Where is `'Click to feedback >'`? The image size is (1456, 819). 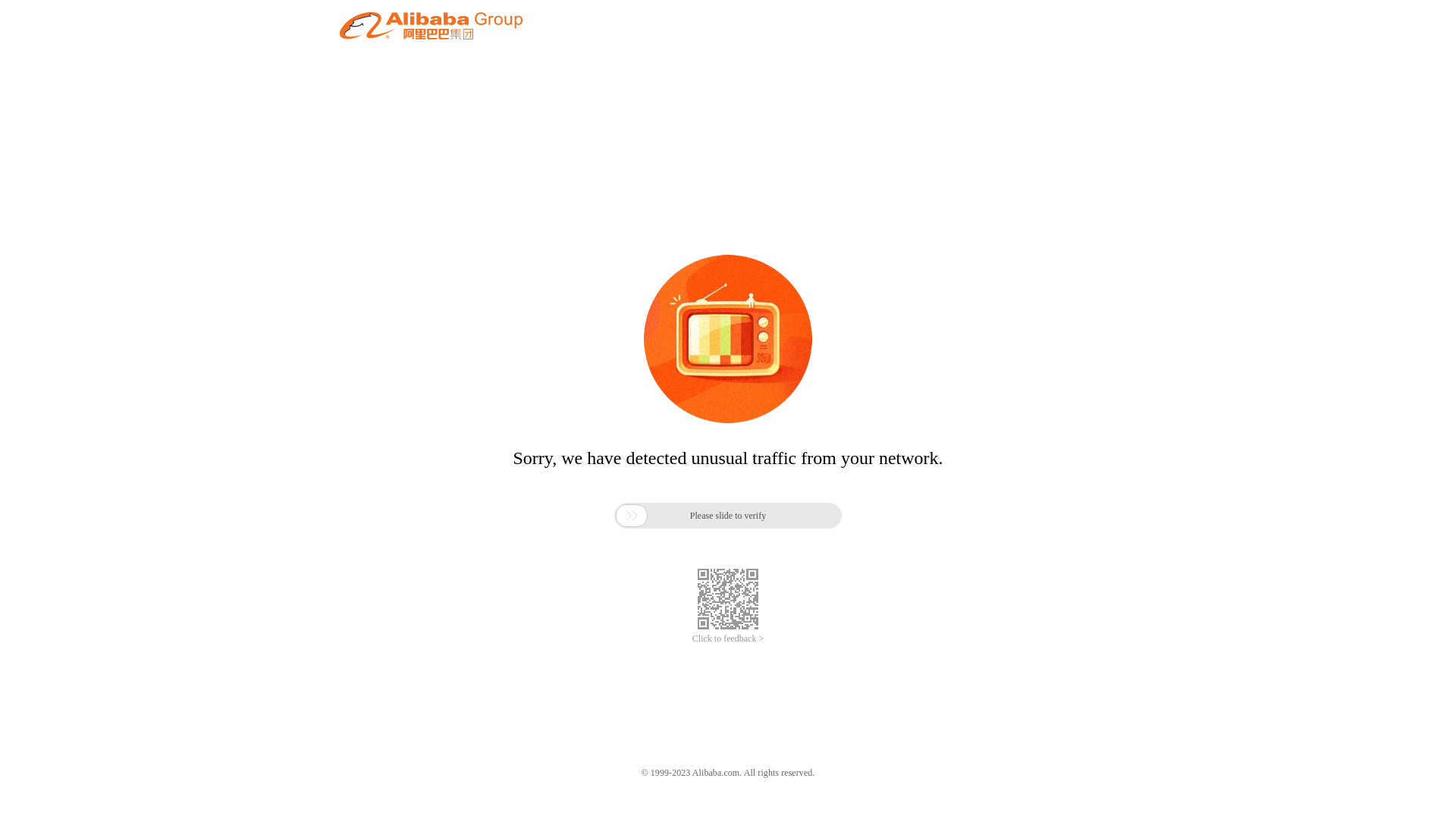 'Click to feedback >' is located at coordinates (691, 639).